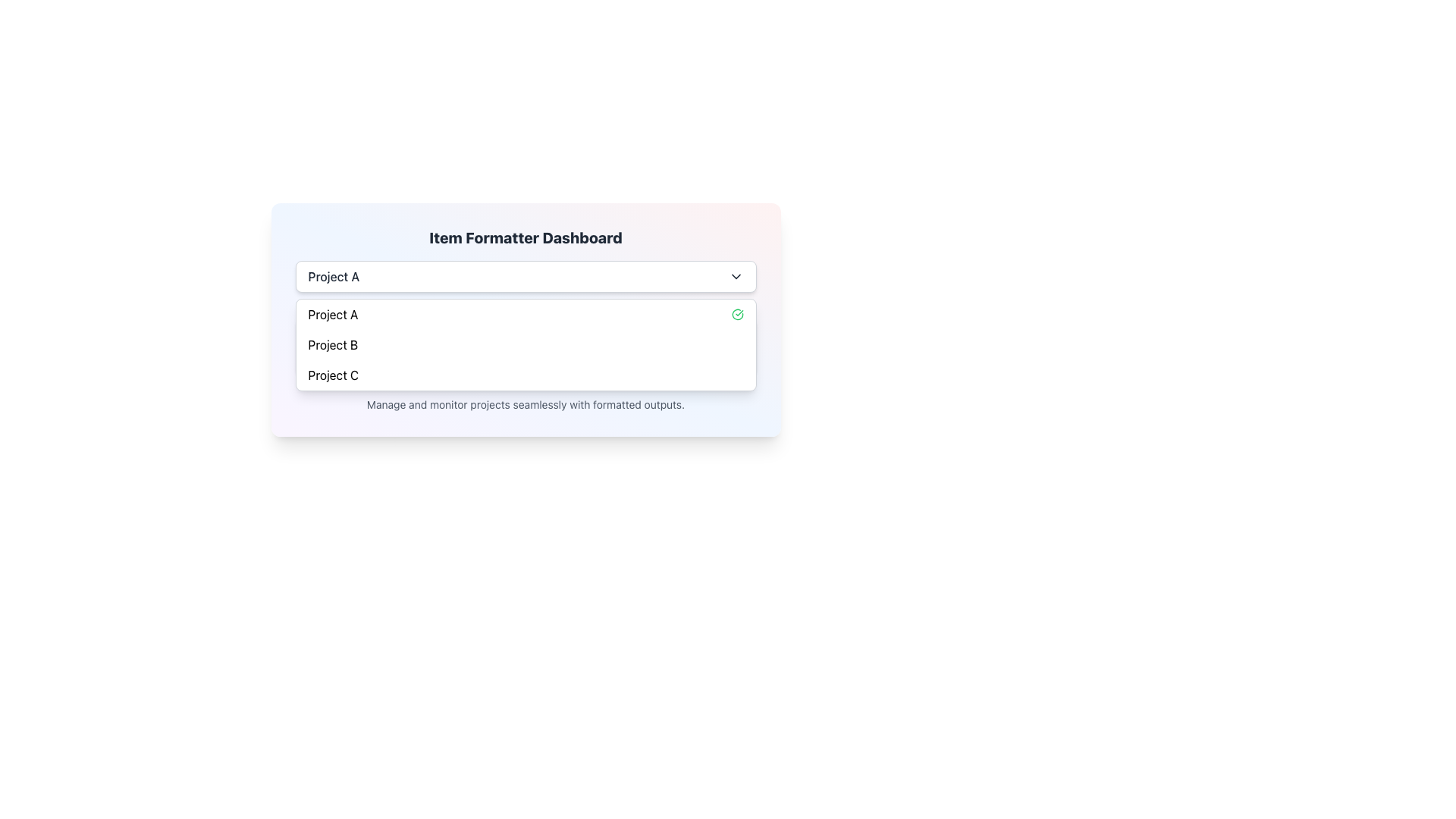 The image size is (1456, 819). Describe the element at coordinates (526, 345) in the screenshot. I see `the second item in the drop-down menu labeled 'Project B'` at that location.